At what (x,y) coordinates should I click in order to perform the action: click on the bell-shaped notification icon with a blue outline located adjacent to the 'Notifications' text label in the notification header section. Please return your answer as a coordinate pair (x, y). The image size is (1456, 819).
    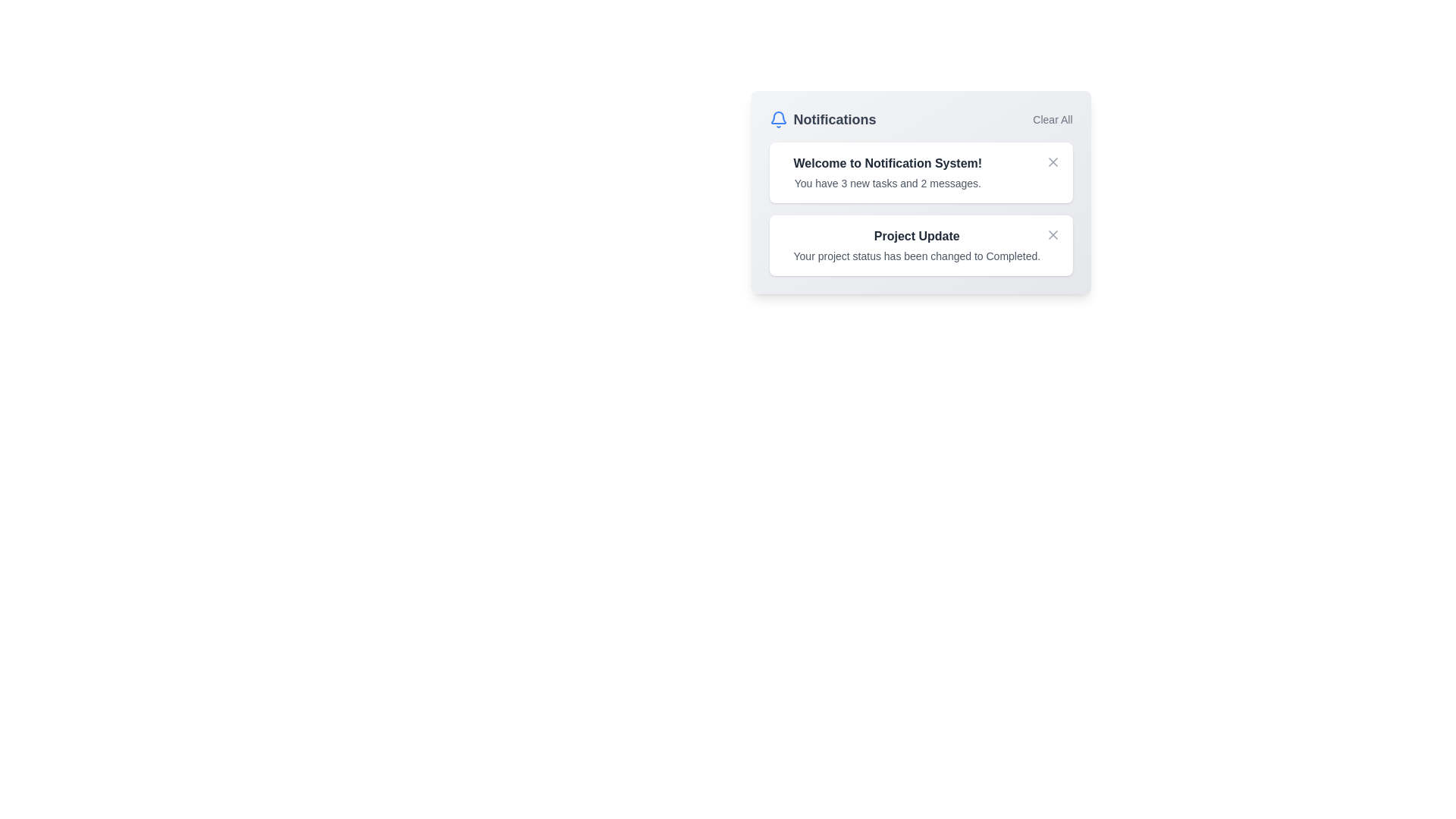
    Looking at the image, I should click on (778, 119).